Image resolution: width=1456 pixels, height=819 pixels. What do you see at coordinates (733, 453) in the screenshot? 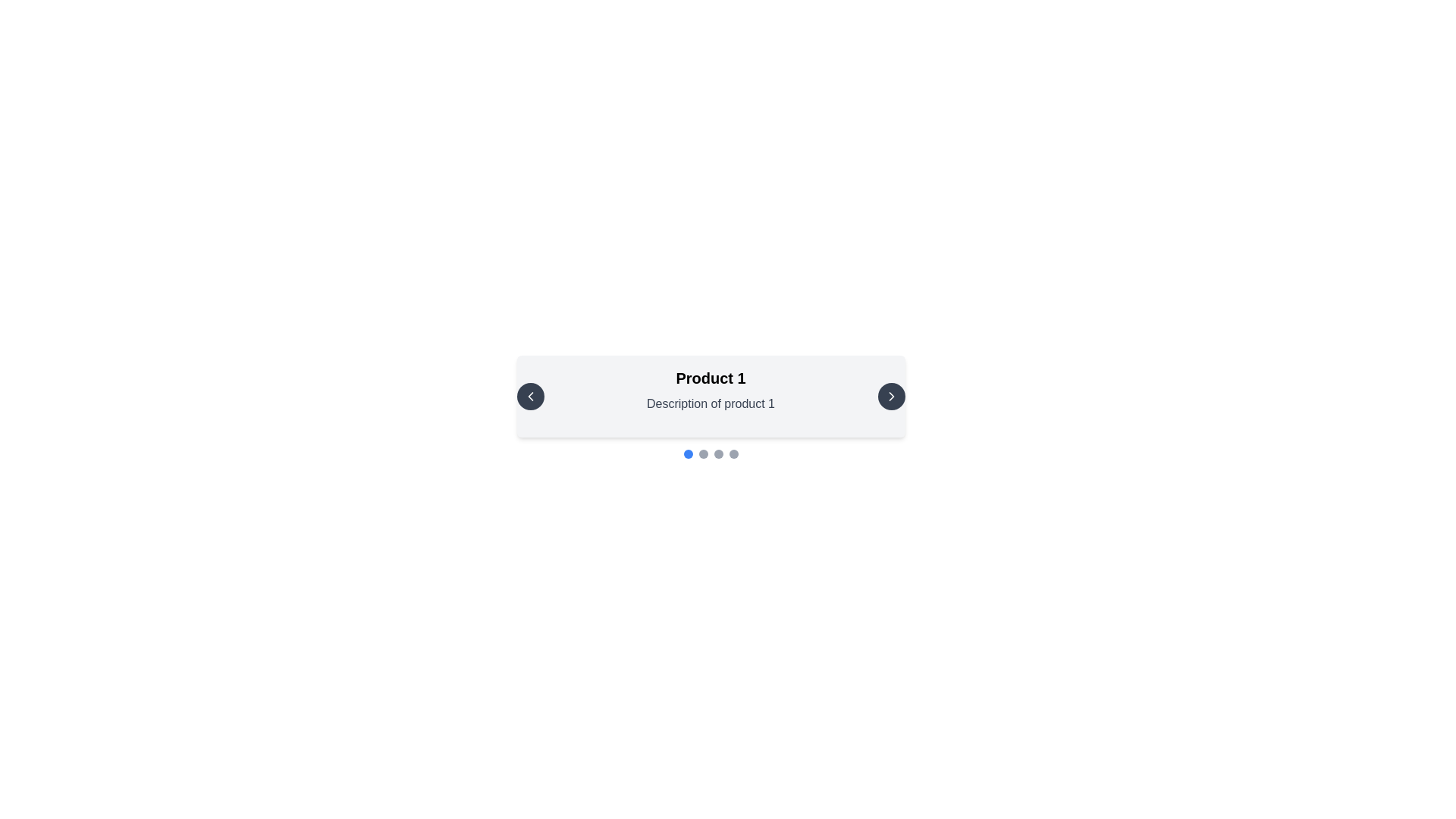
I see `the fourth navigational indicator located beneath the product display area` at bounding box center [733, 453].